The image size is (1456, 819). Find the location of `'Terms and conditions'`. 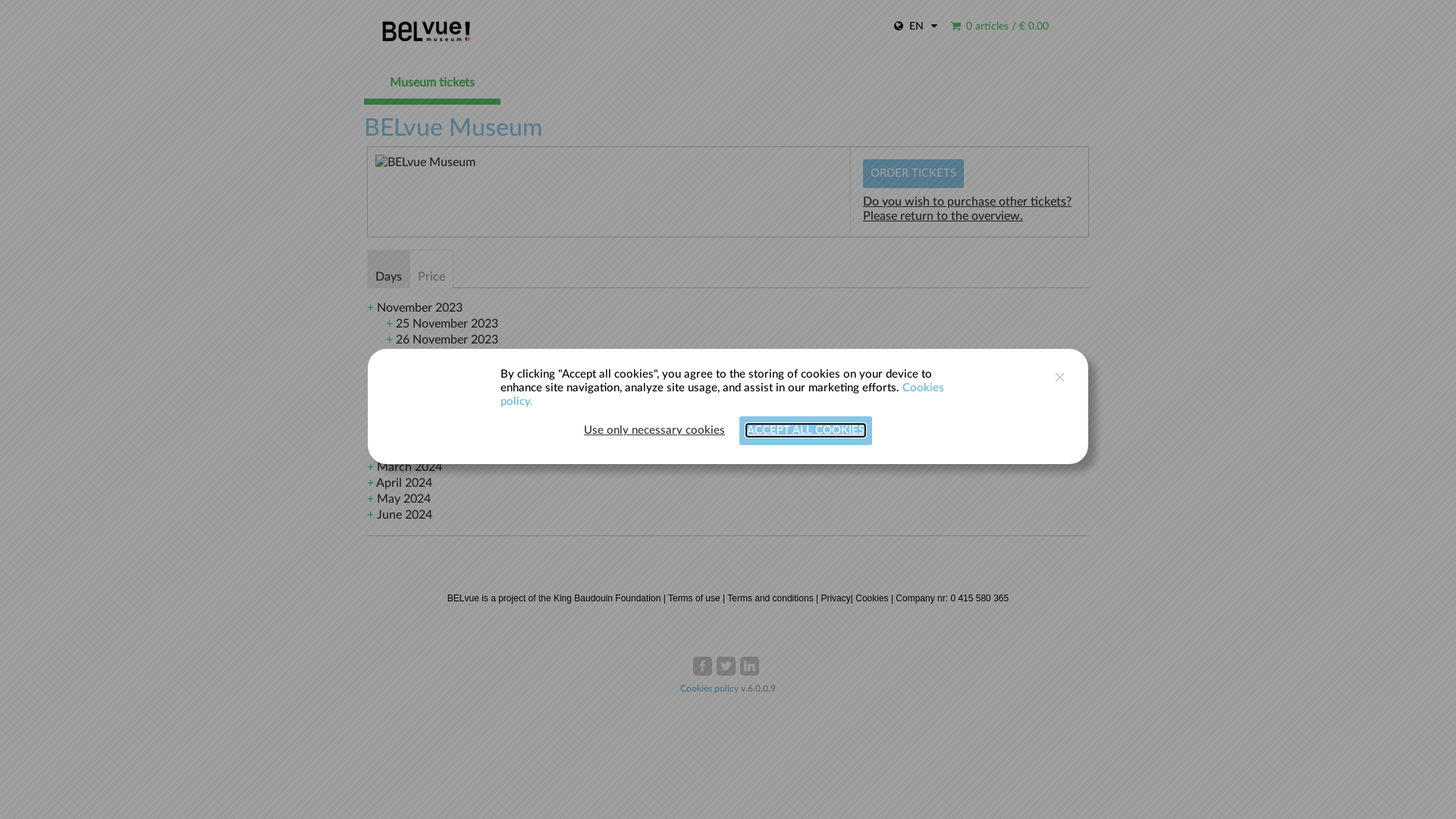

'Terms and conditions' is located at coordinates (726, 598).